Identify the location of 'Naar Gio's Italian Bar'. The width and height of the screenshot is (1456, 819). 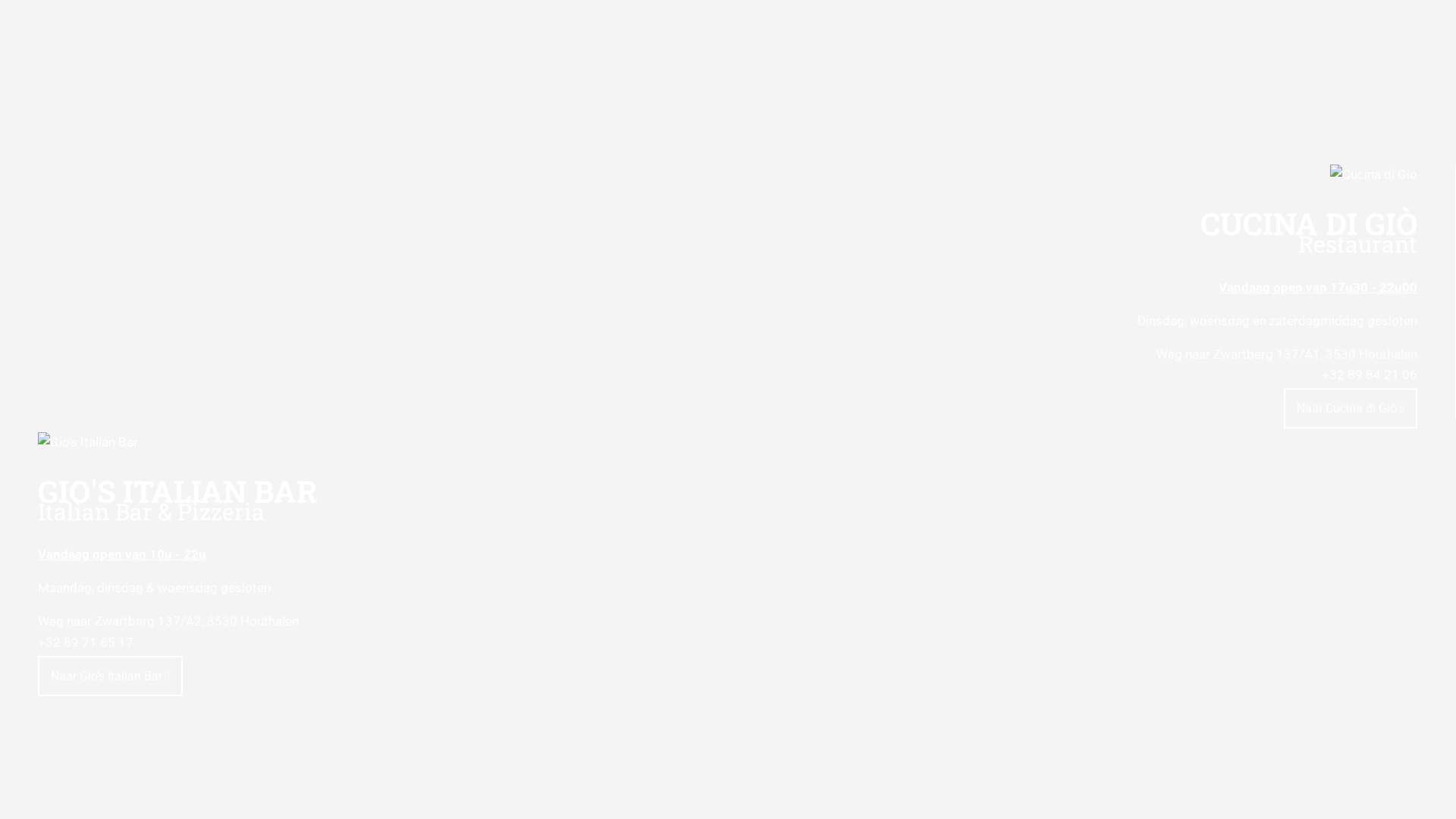
(37, 675).